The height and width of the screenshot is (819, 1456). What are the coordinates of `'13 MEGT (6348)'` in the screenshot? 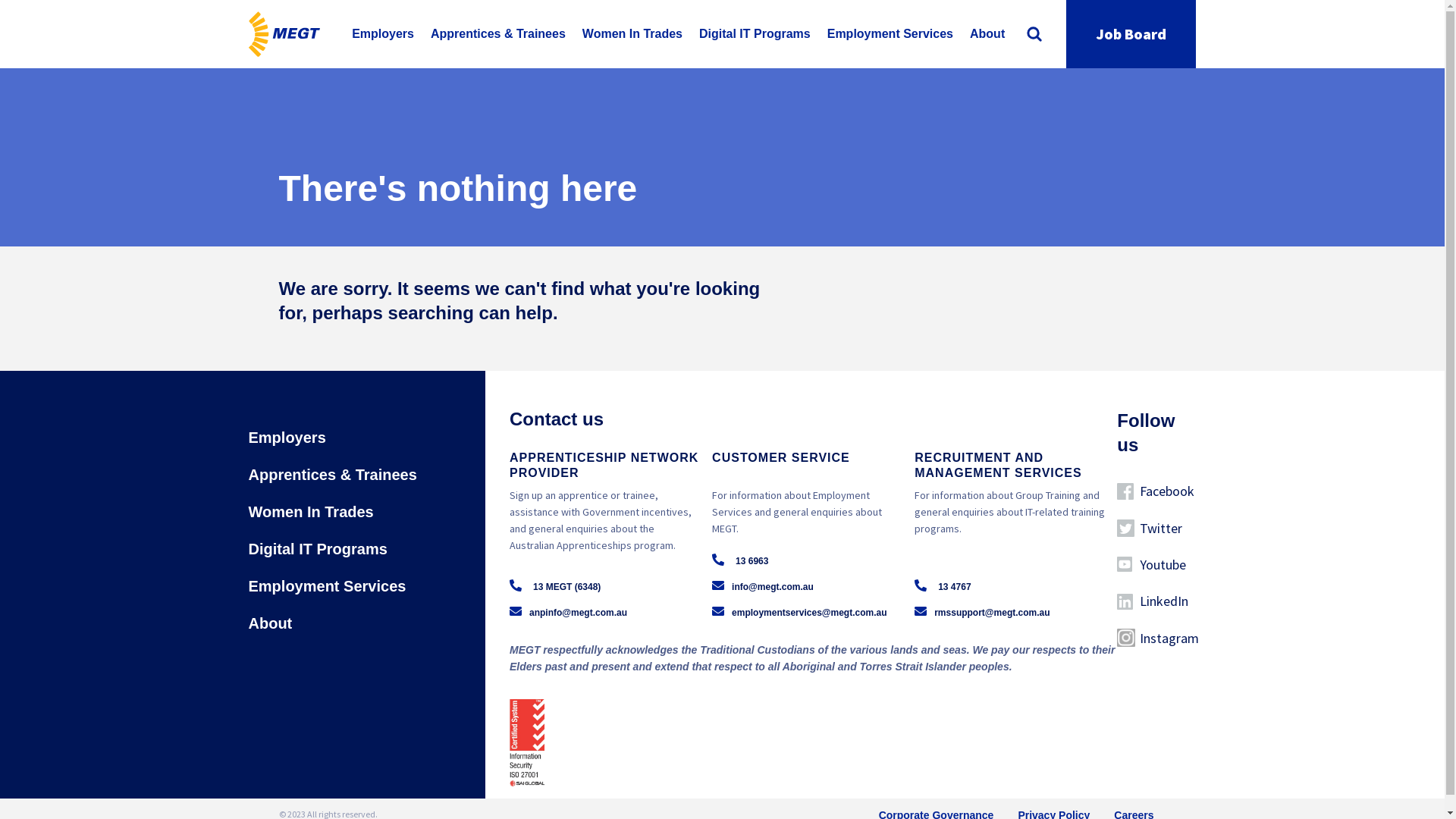 It's located at (521, 586).